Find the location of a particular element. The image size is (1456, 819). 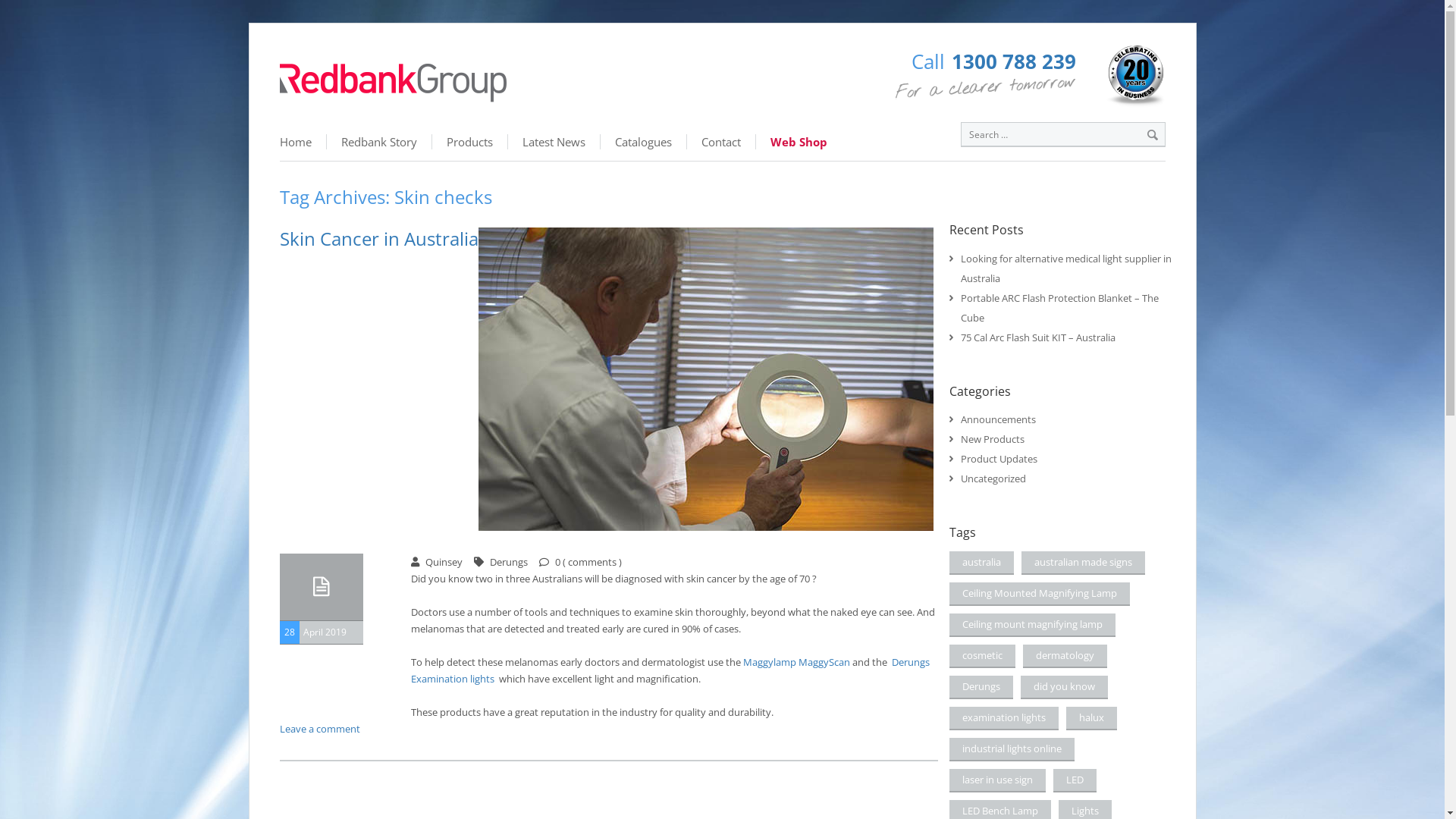

'LED' is located at coordinates (1052, 780).